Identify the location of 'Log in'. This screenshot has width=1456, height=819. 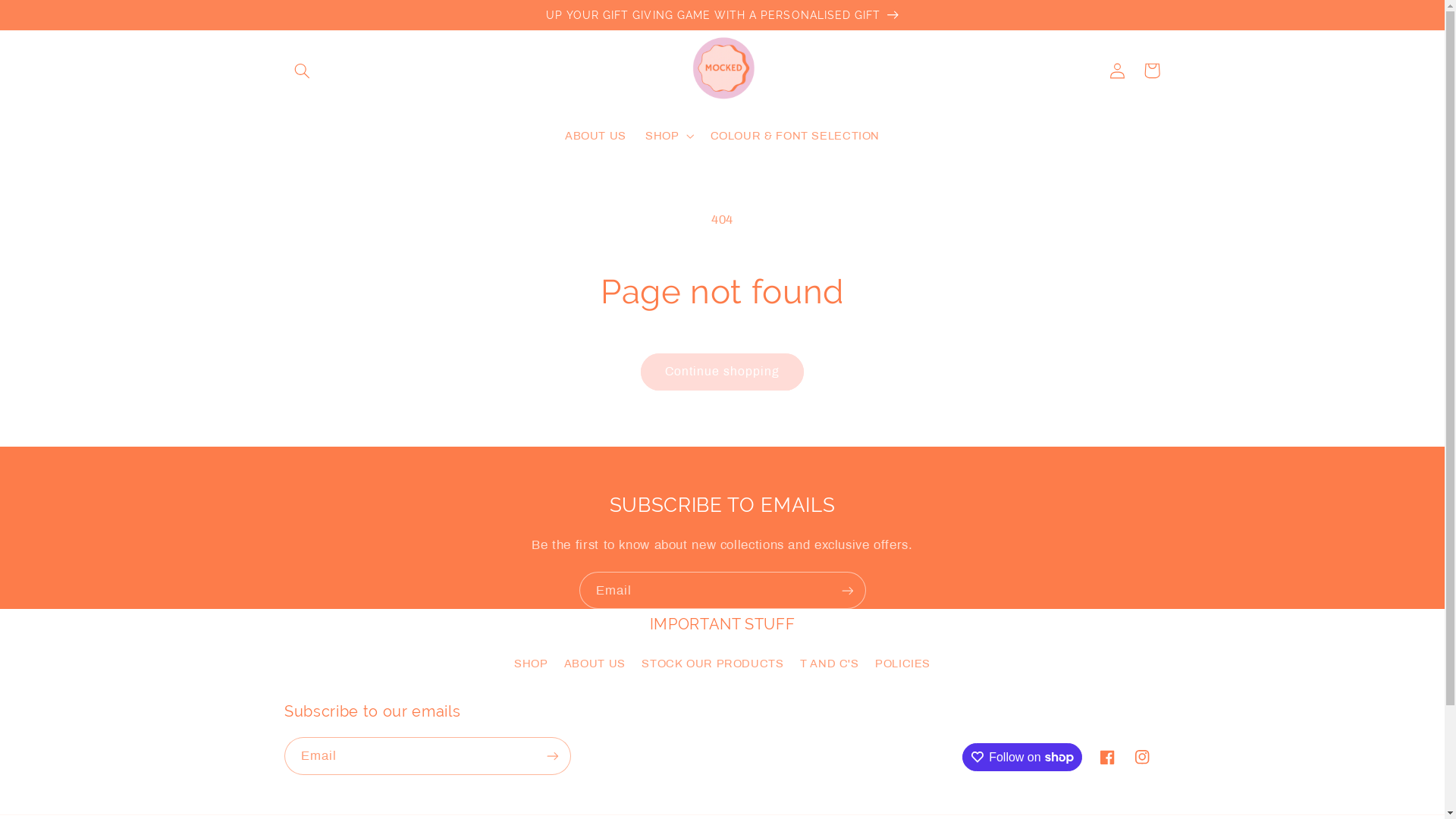
(1099, 70).